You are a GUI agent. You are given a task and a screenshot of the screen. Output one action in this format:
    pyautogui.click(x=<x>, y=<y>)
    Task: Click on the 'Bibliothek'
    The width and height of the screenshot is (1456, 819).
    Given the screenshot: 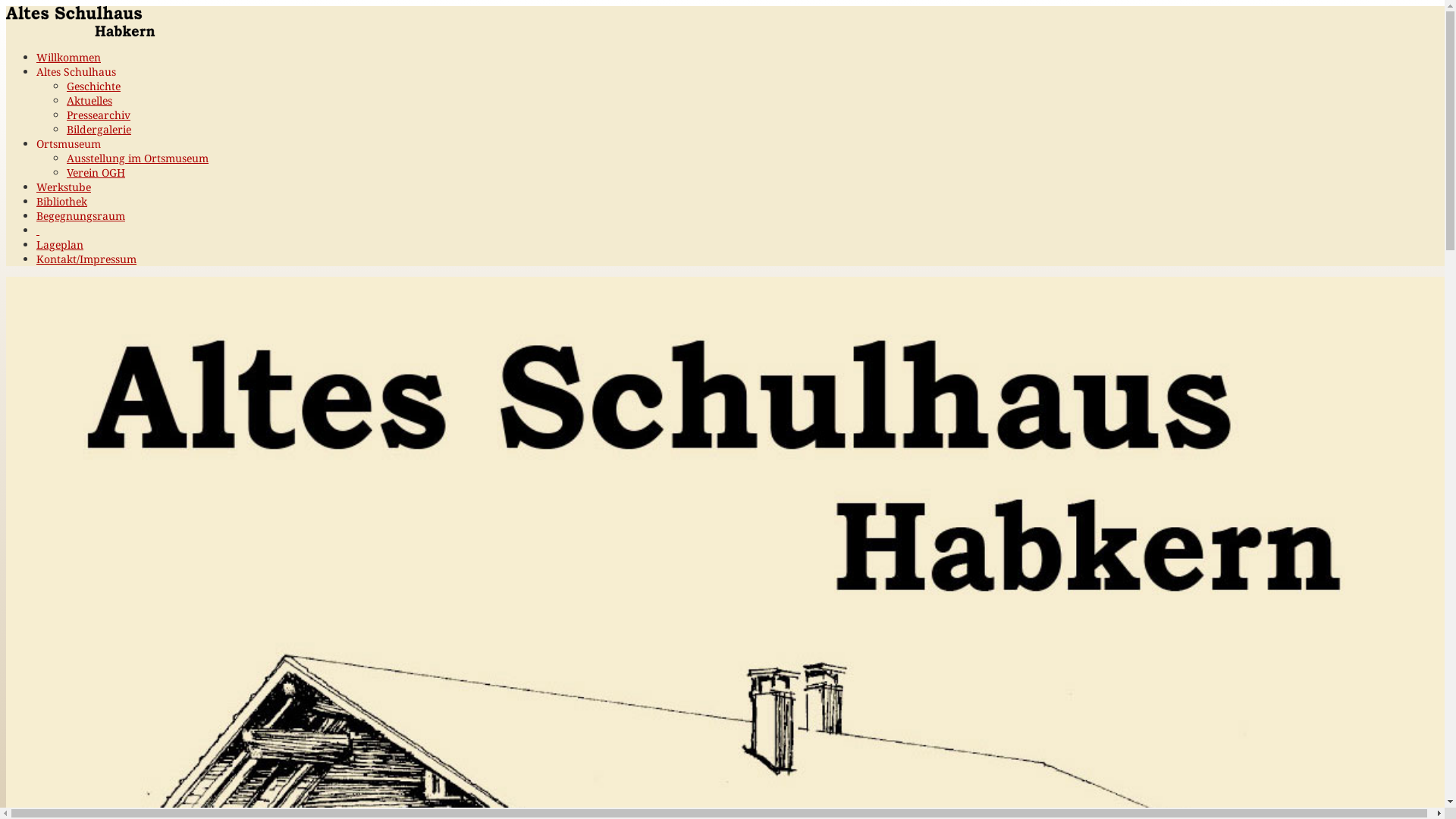 What is the action you would take?
    pyautogui.click(x=36, y=200)
    